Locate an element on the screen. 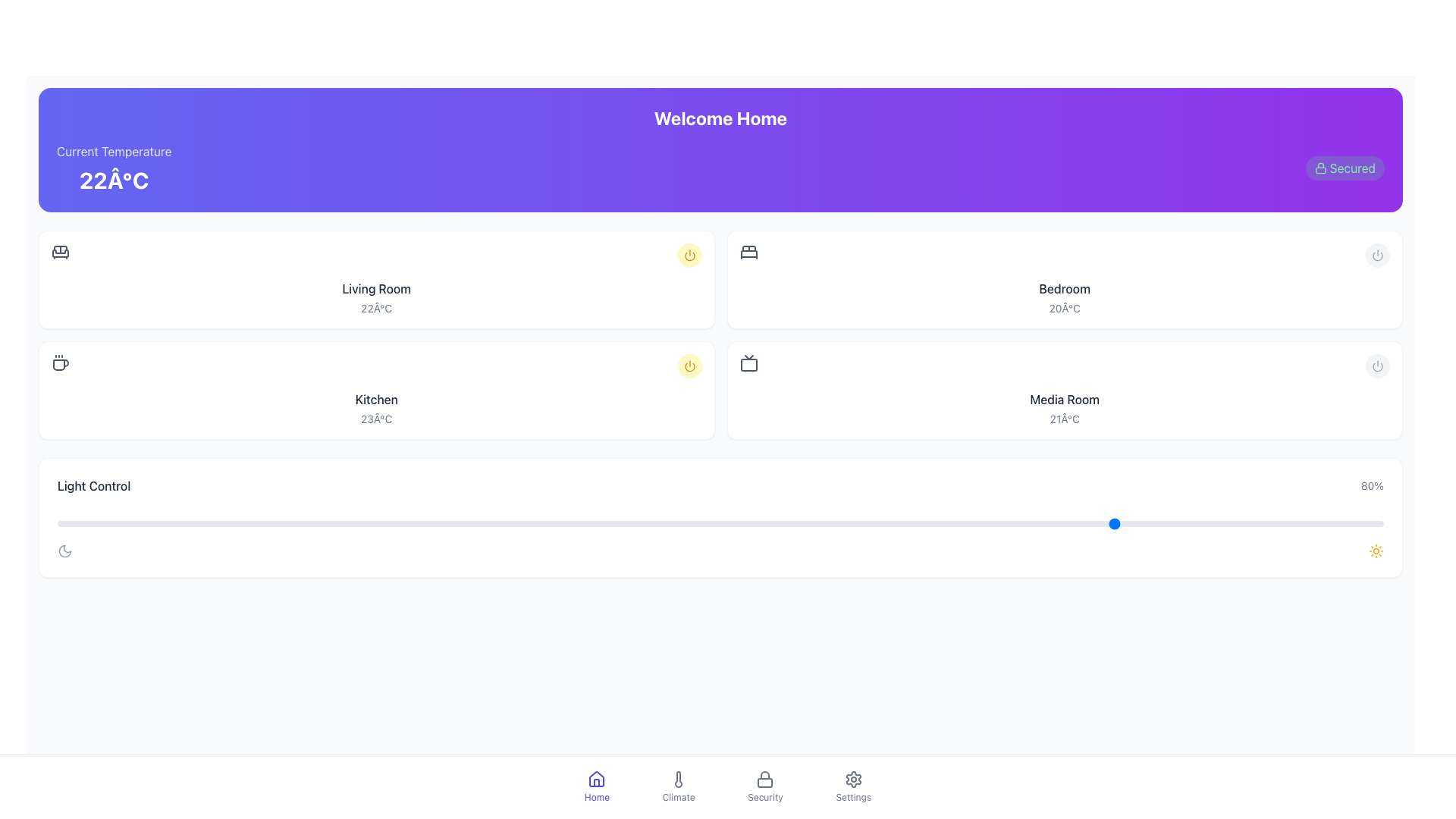 The height and width of the screenshot is (819, 1456). the static display header indicating 'Light Control' functionality with current intensity level '80%', located above the slider component in the white card section is located at coordinates (720, 485).